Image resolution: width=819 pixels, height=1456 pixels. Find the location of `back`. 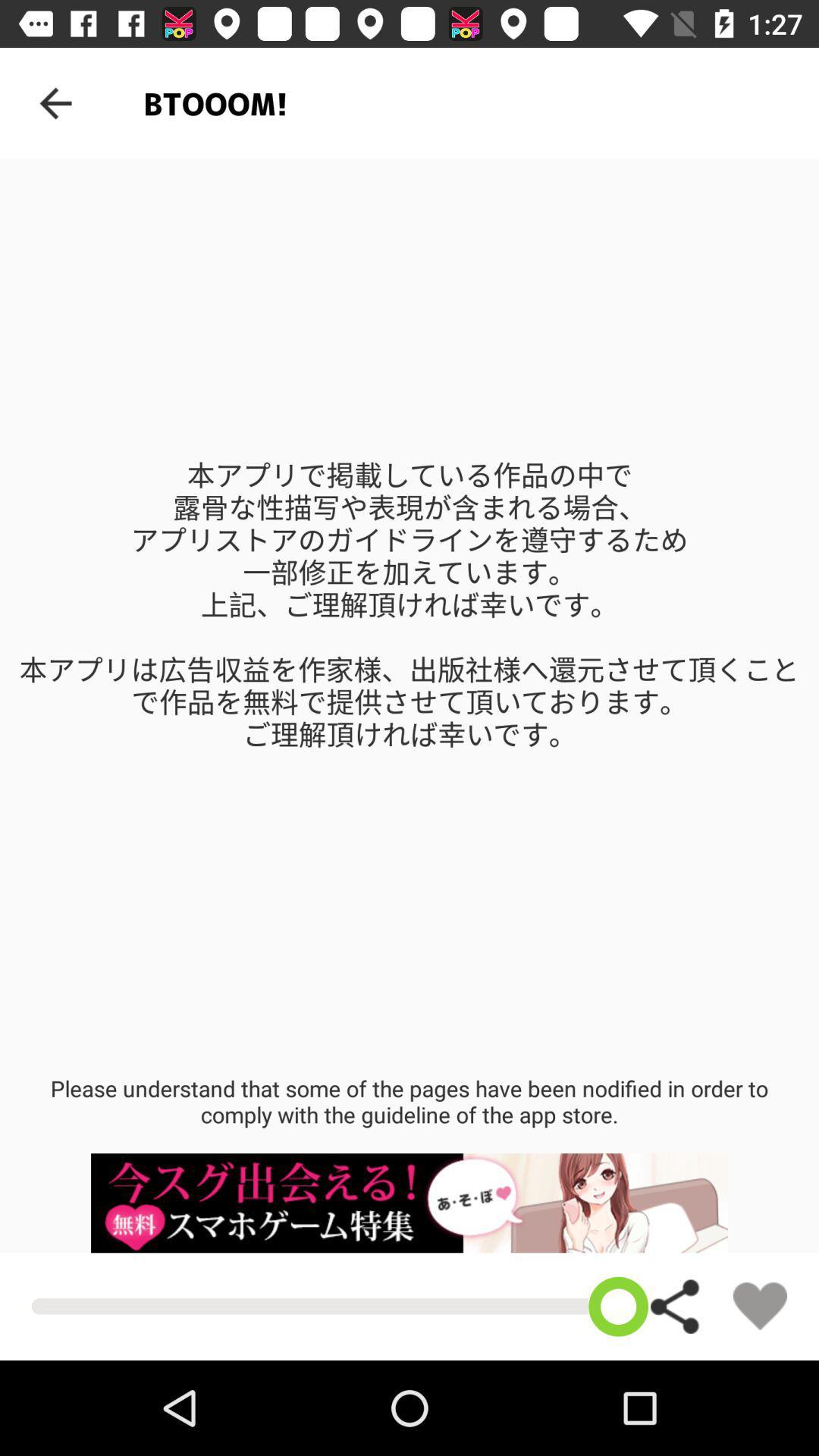

back is located at coordinates (55, 102).